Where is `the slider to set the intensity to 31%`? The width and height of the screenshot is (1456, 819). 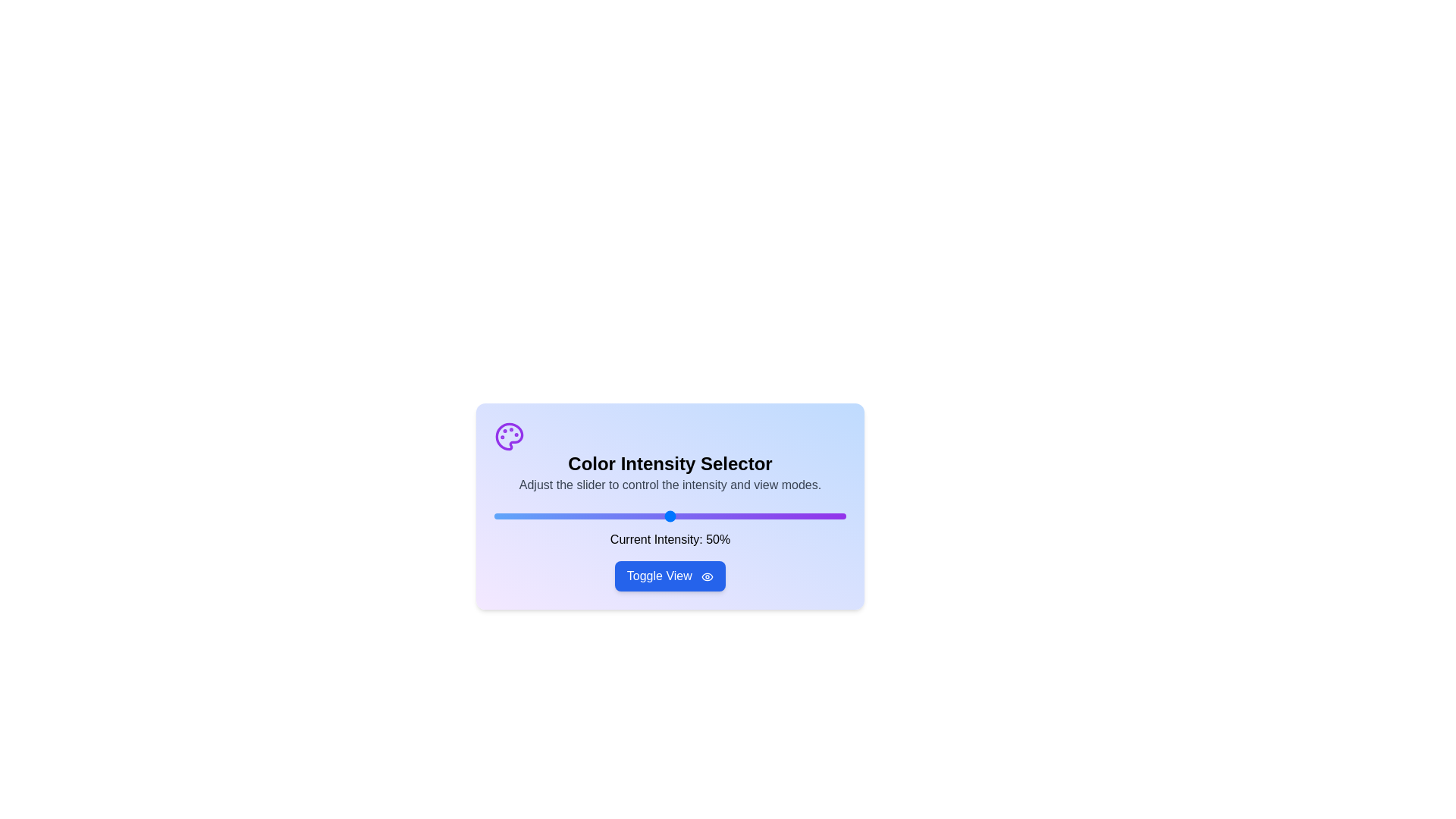
the slider to set the intensity to 31% is located at coordinates (602, 516).